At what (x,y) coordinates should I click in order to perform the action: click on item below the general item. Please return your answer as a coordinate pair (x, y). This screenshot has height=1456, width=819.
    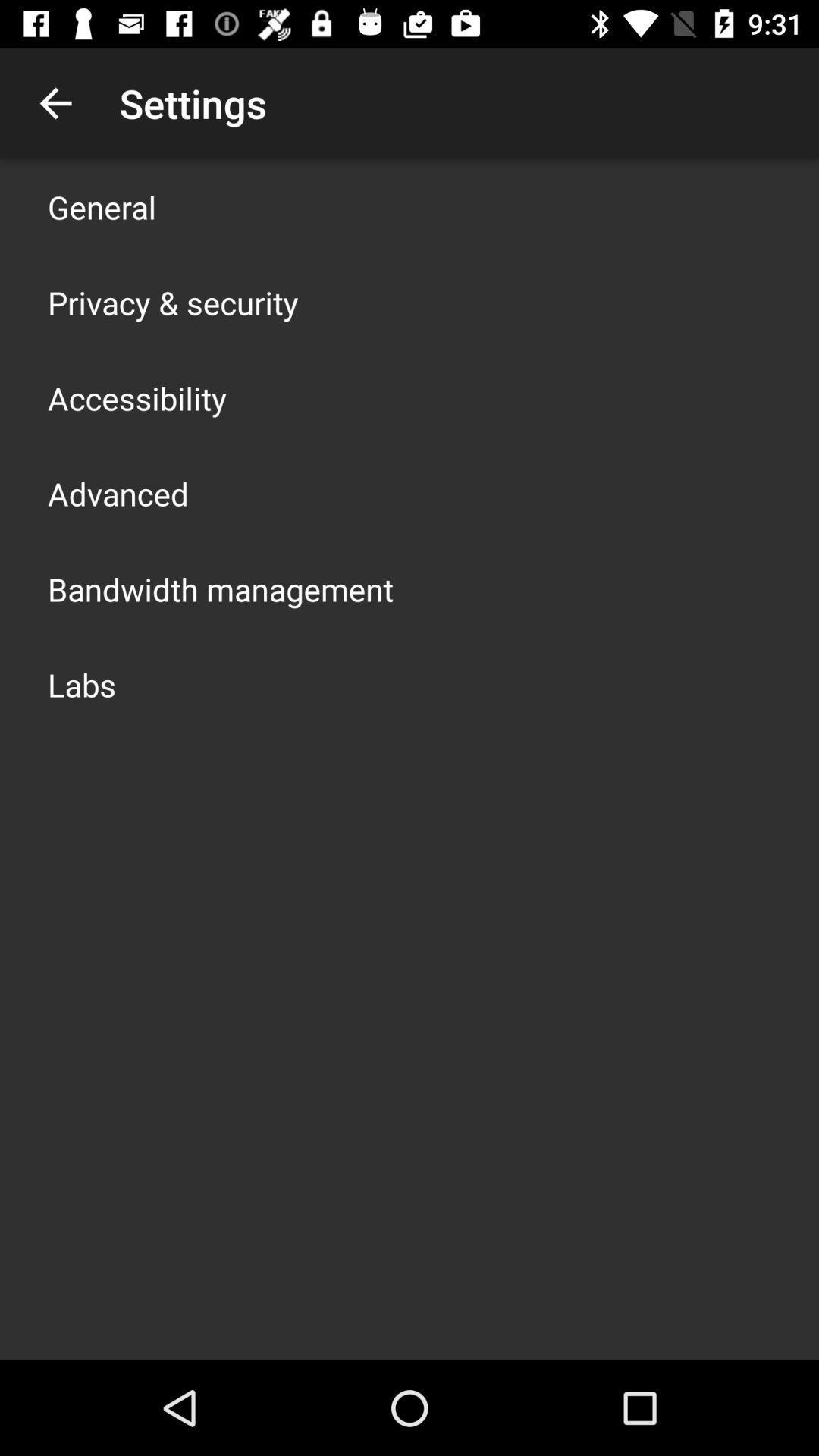
    Looking at the image, I should click on (172, 302).